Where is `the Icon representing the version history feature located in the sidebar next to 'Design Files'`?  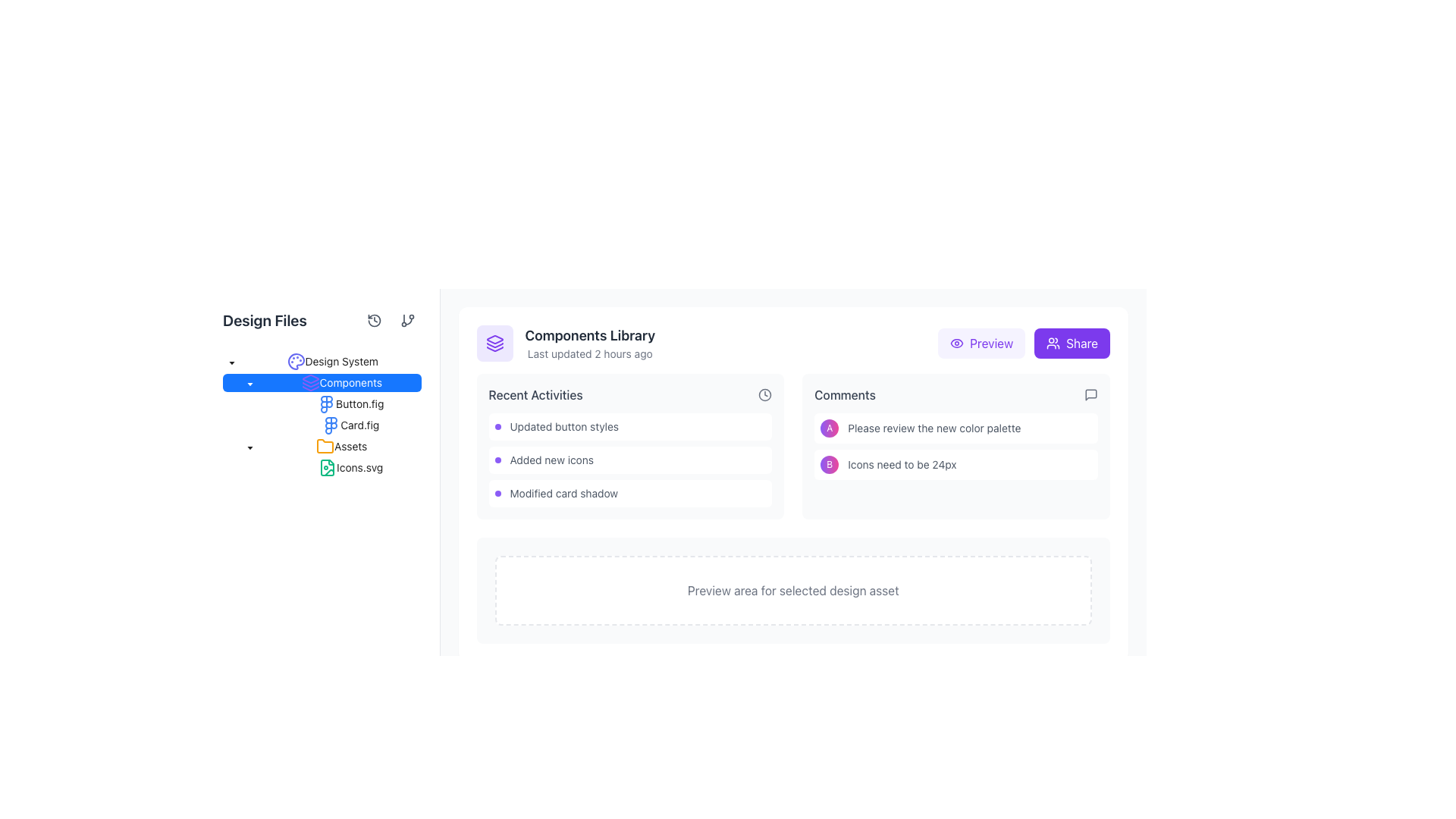
the Icon representing the version history feature located in the sidebar next to 'Design Files' is located at coordinates (374, 320).